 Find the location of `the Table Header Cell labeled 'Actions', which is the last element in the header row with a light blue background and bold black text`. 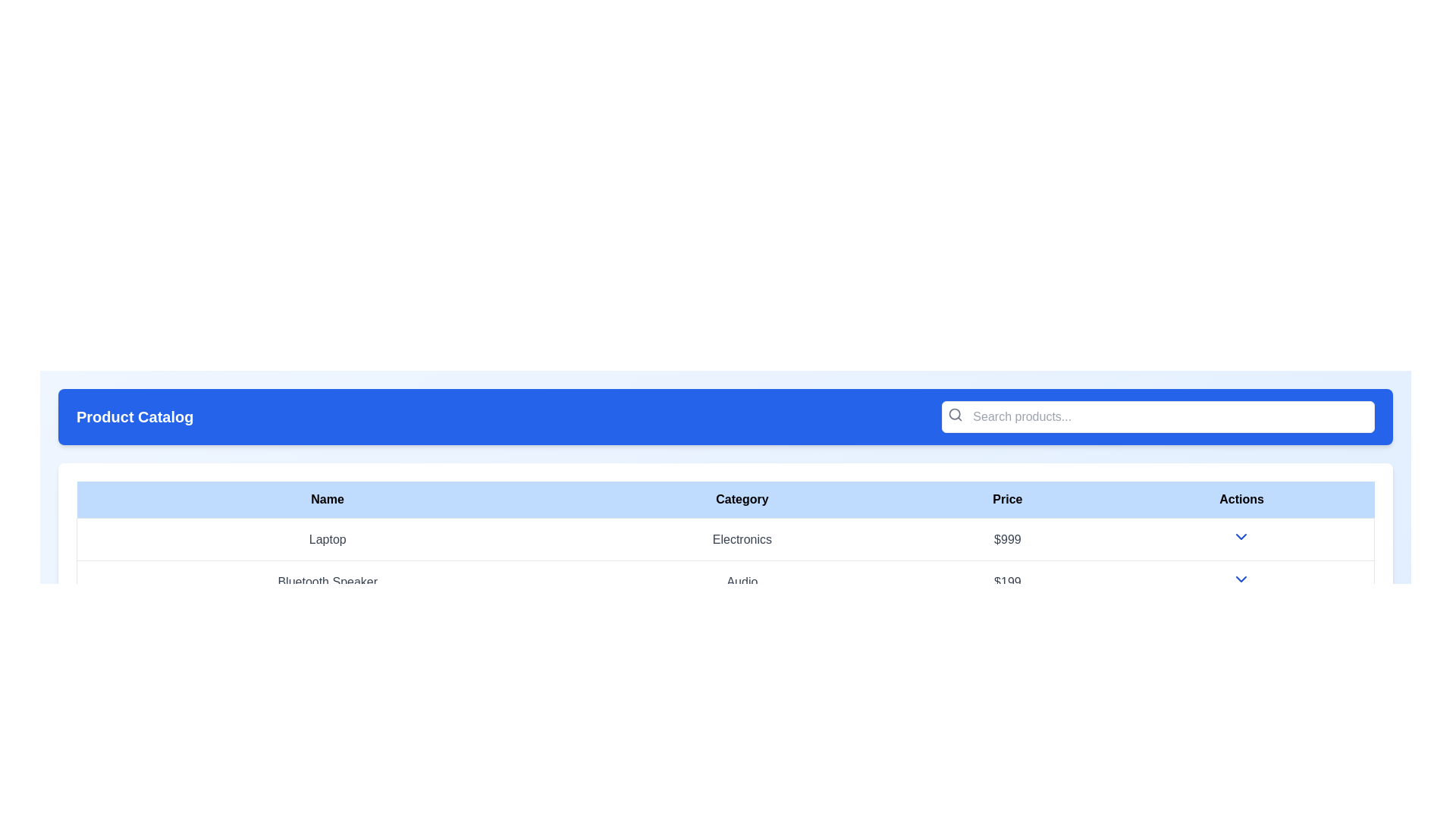

the Table Header Cell labeled 'Actions', which is the last element in the header row with a light blue background and bold black text is located at coordinates (1241, 500).